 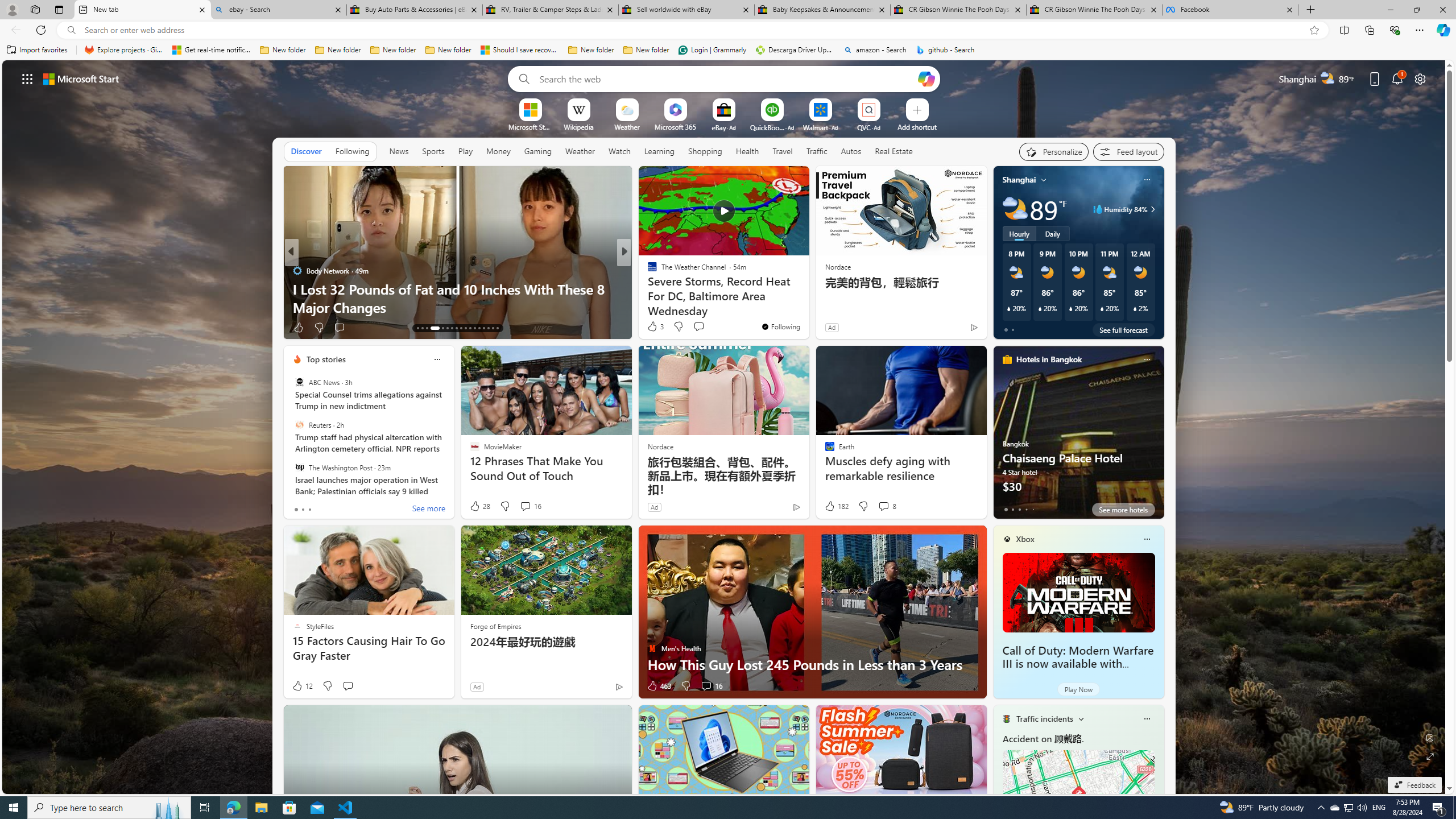 I want to click on 'Page settings', so click(x=1420, y=78).